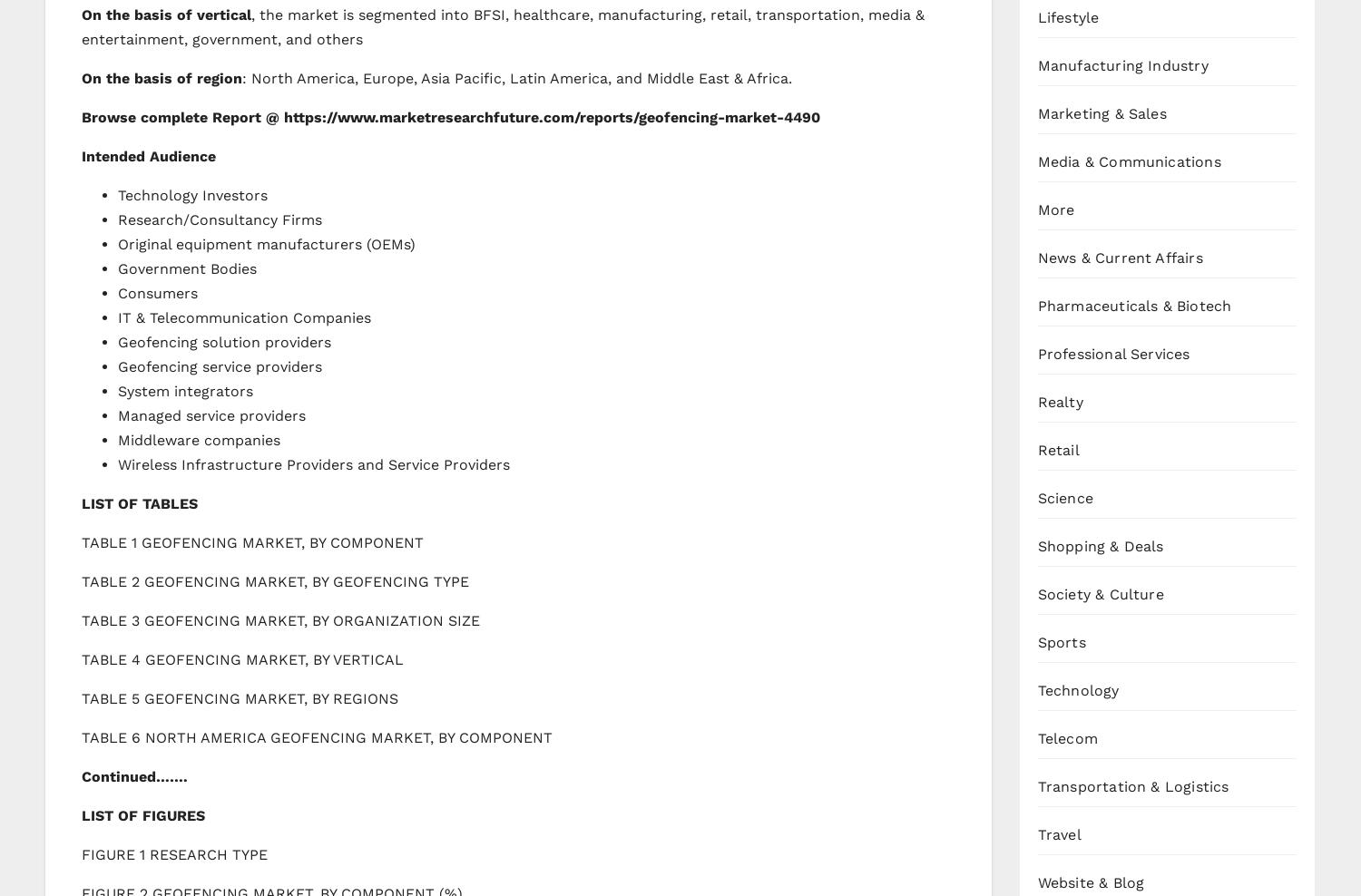  I want to click on 'Lifestyle', so click(1037, 15).